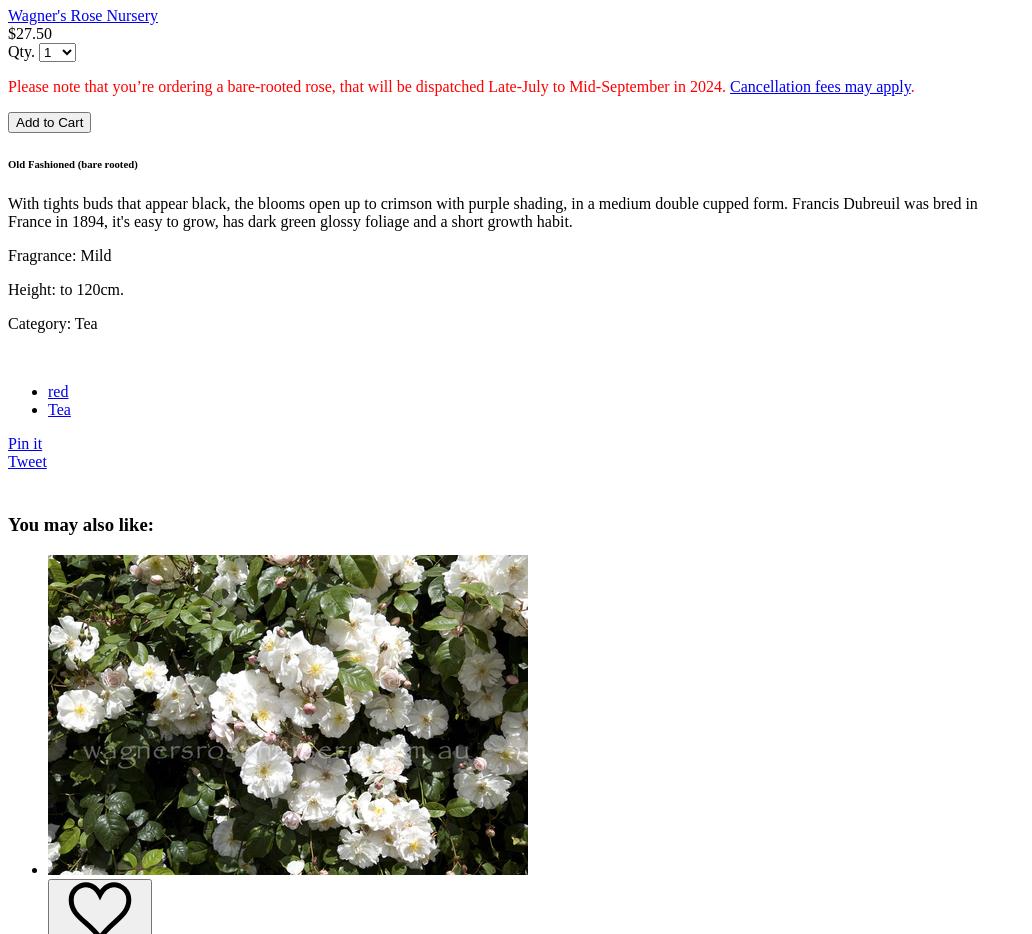 The height and width of the screenshot is (934, 1032). Describe the element at coordinates (8, 460) in the screenshot. I see `'Tweet'` at that location.